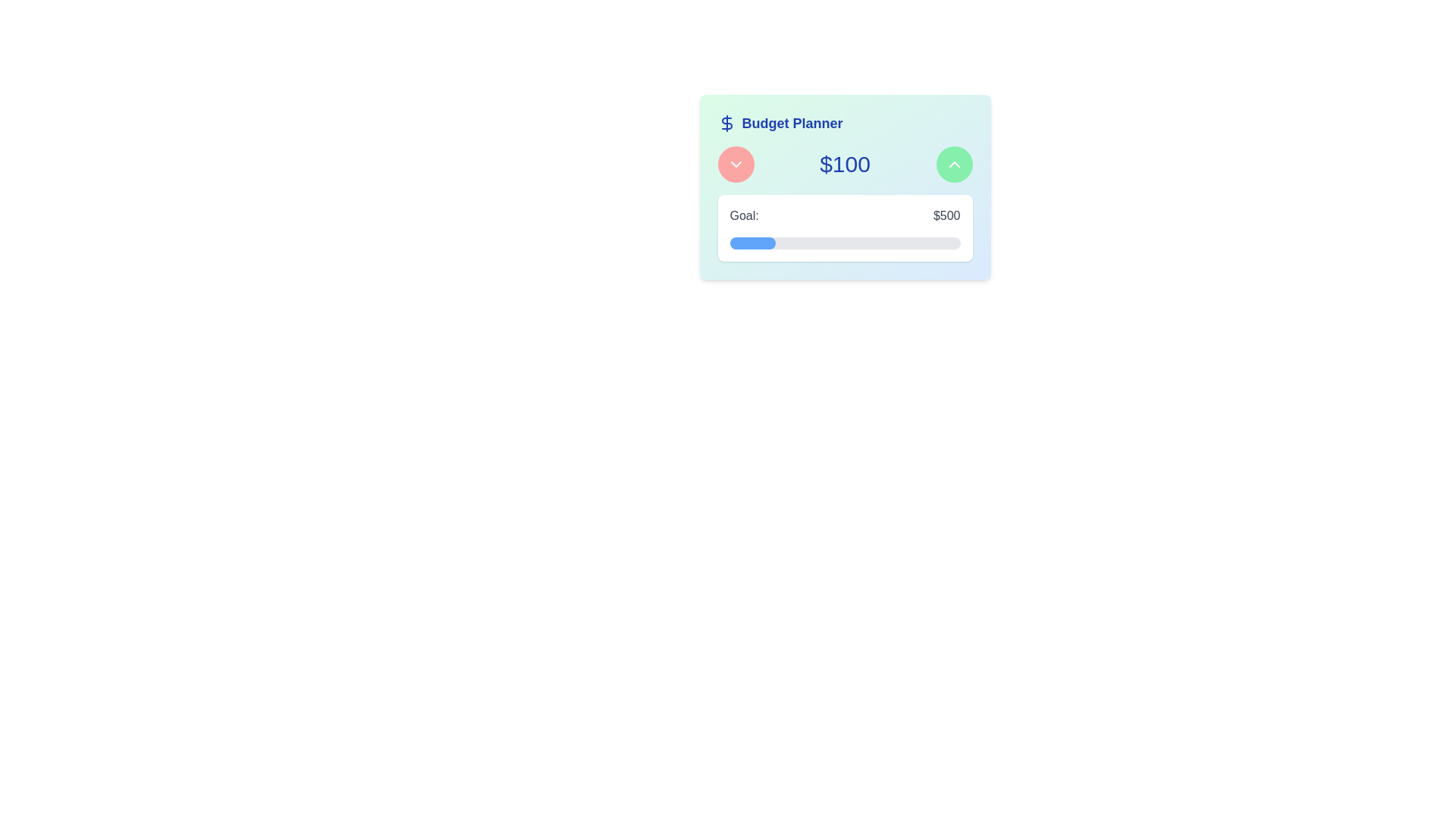 The image size is (1456, 819). Describe the element at coordinates (844, 242) in the screenshot. I see `the ProgressBar element that visually represents progress towards a budget goal, located below the text 'Goal: $500'` at that location.